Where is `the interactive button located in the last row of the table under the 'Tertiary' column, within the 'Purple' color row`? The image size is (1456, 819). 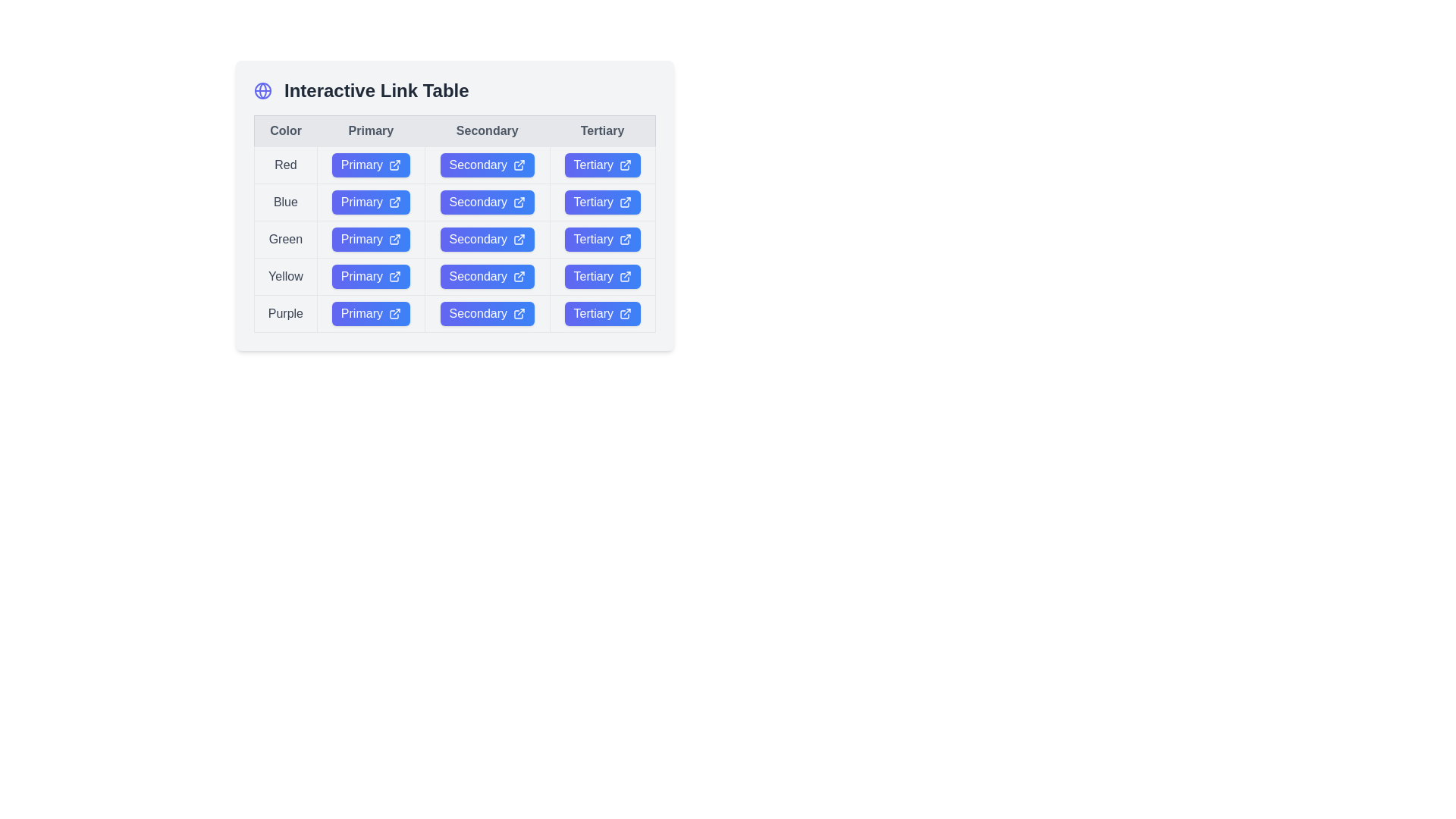 the interactive button located in the last row of the table under the 'Tertiary' column, within the 'Purple' color row is located at coordinates (601, 312).